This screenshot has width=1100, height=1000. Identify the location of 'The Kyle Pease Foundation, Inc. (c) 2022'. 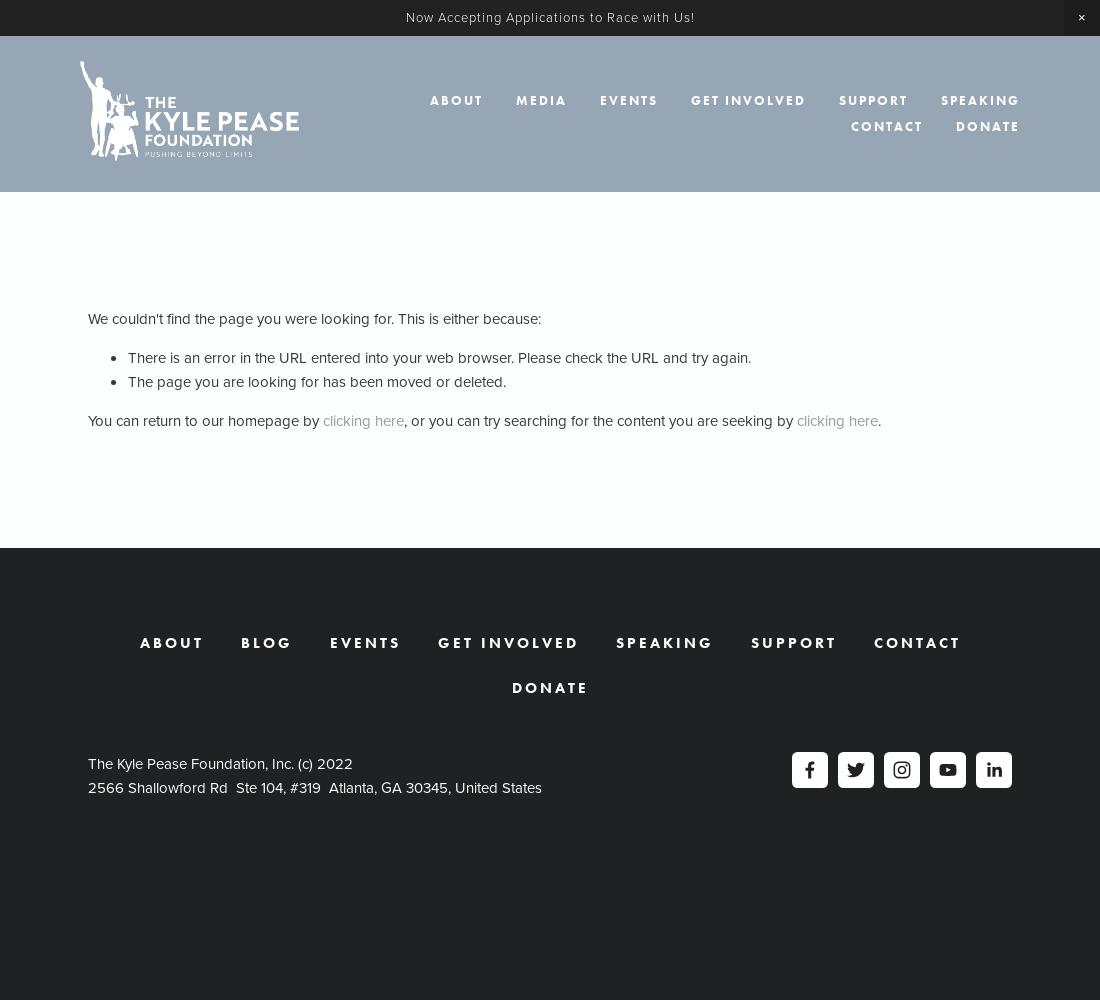
(88, 764).